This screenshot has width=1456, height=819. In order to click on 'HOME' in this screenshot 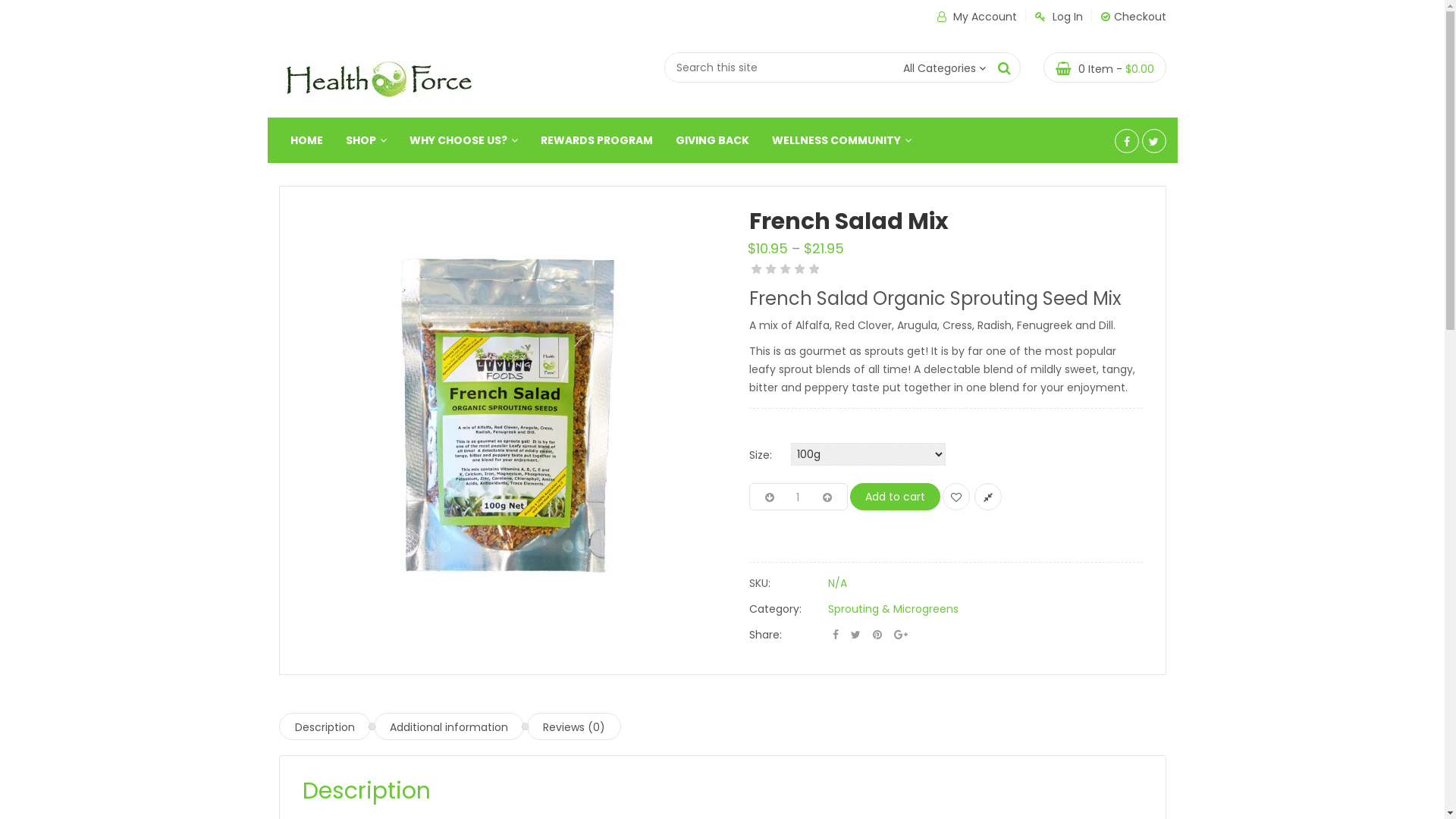, I will do `click(306, 140)`.